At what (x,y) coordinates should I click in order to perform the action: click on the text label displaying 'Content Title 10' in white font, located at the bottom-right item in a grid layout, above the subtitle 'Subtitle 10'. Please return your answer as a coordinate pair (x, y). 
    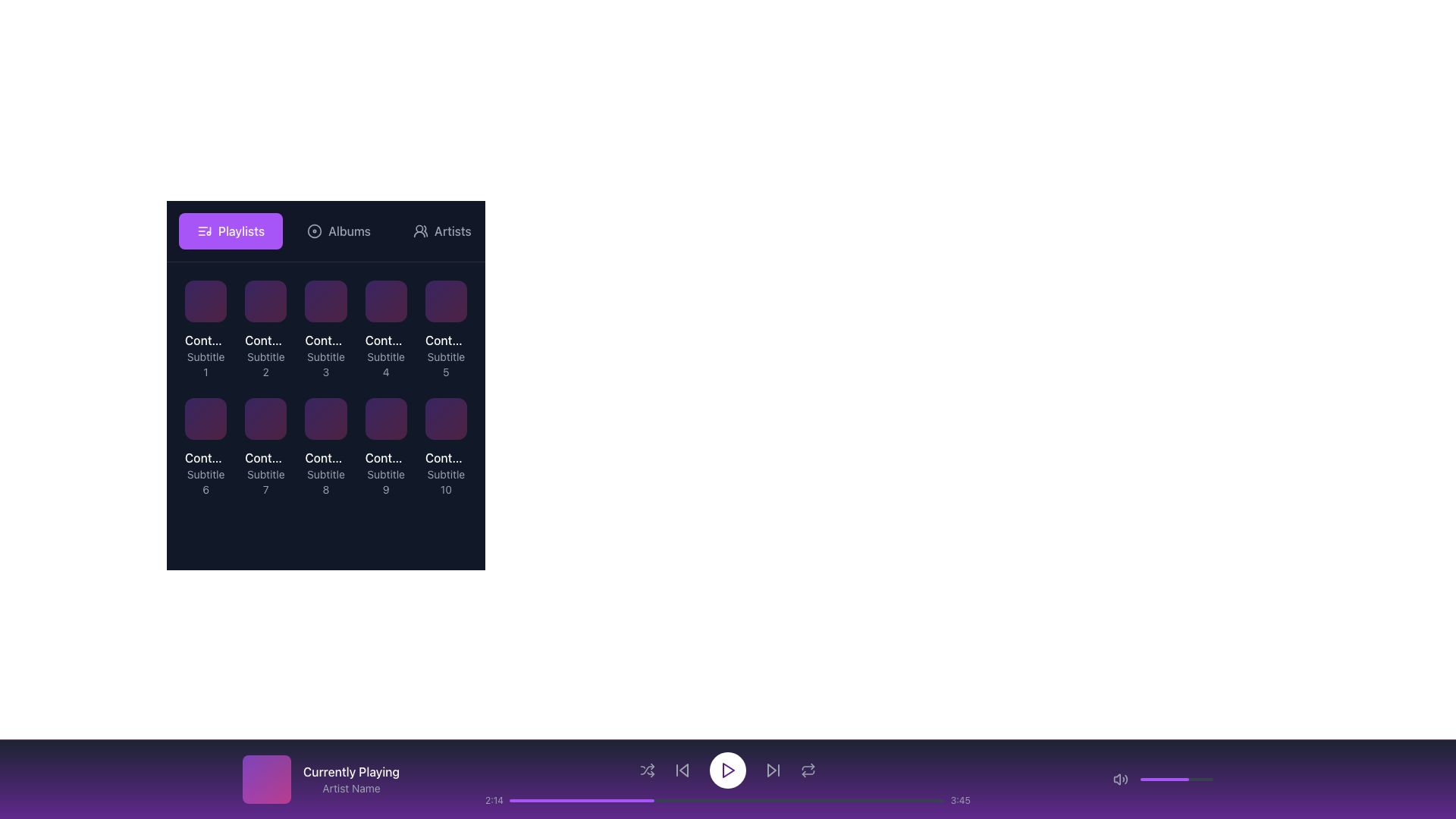
    Looking at the image, I should click on (445, 457).